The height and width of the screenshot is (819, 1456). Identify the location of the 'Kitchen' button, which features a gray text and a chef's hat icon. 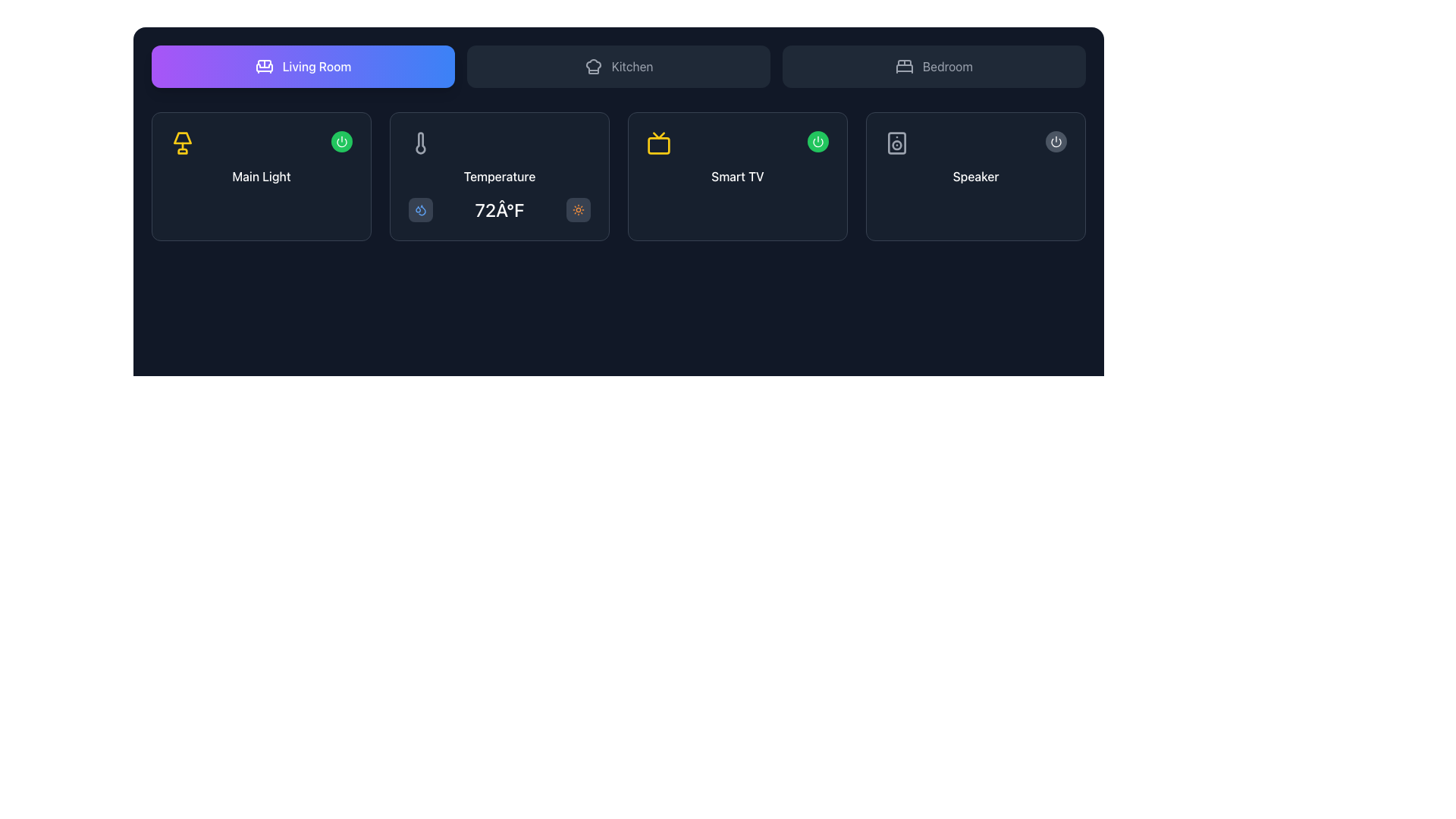
(619, 66).